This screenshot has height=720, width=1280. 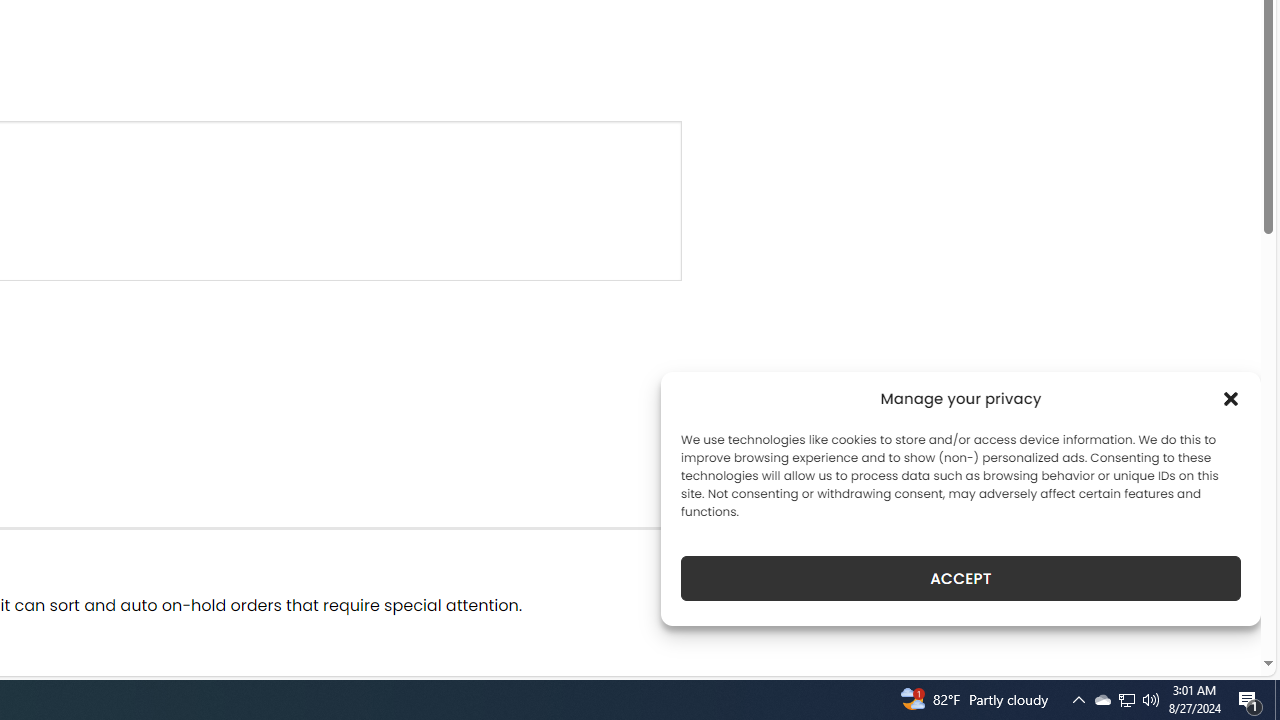 What do you see at coordinates (1230, 398) in the screenshot?
I see `'Class: cmplz-close'` at bounding box center [1230, 398].